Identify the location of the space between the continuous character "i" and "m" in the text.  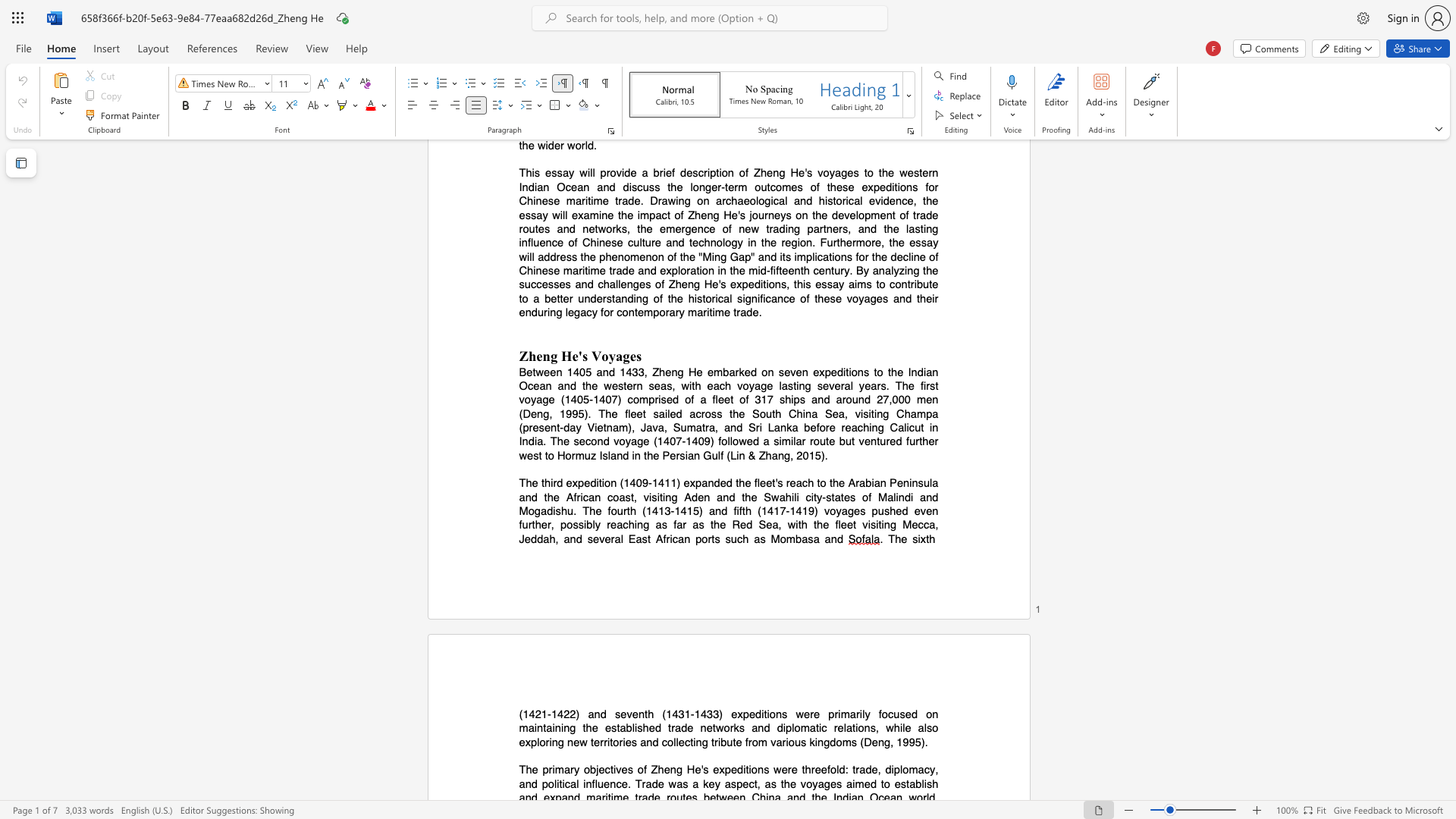
(556, 770).